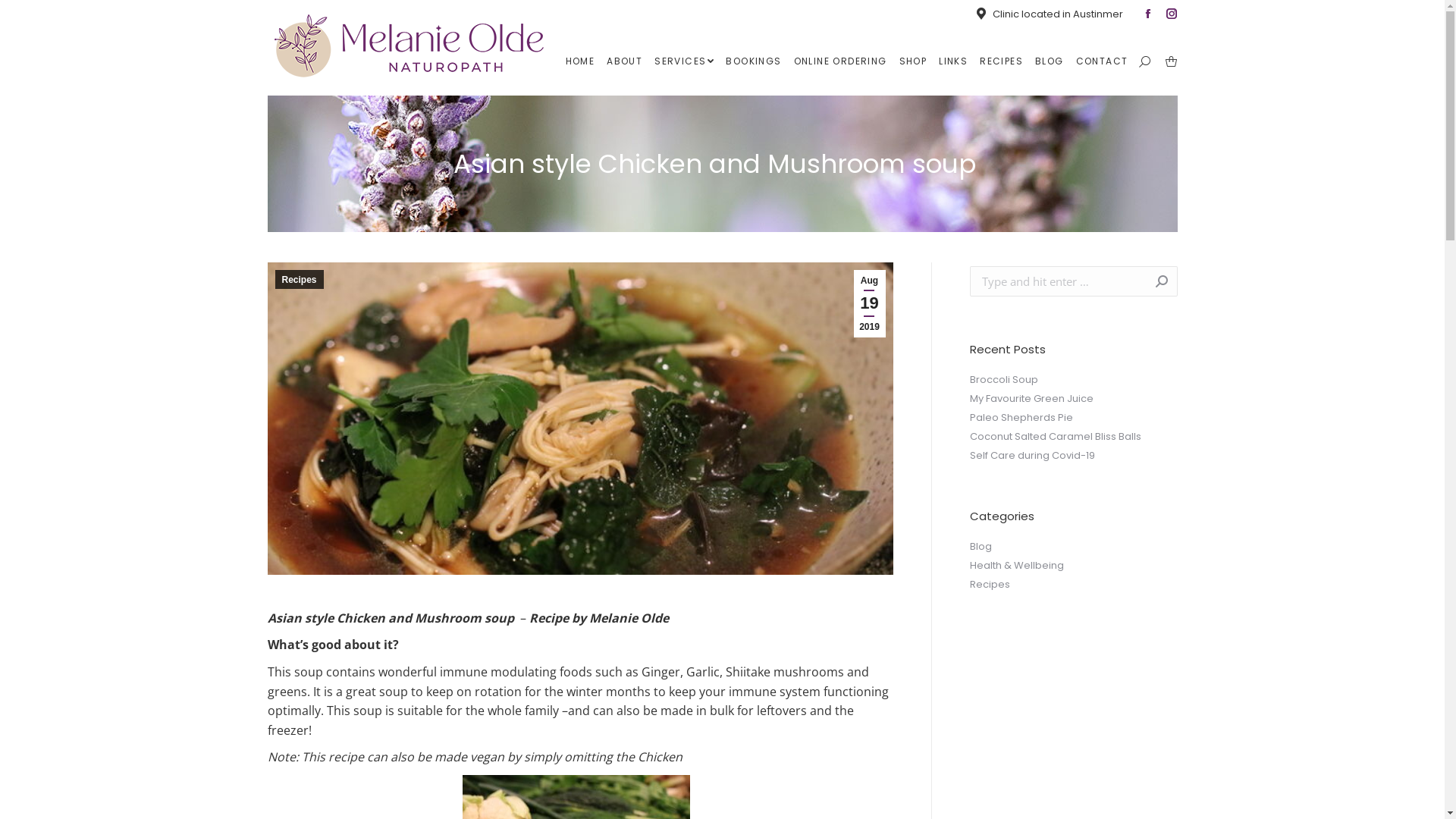 The image size is (1456, 819). I want to click on 'BLOG', so click(1031, 61).